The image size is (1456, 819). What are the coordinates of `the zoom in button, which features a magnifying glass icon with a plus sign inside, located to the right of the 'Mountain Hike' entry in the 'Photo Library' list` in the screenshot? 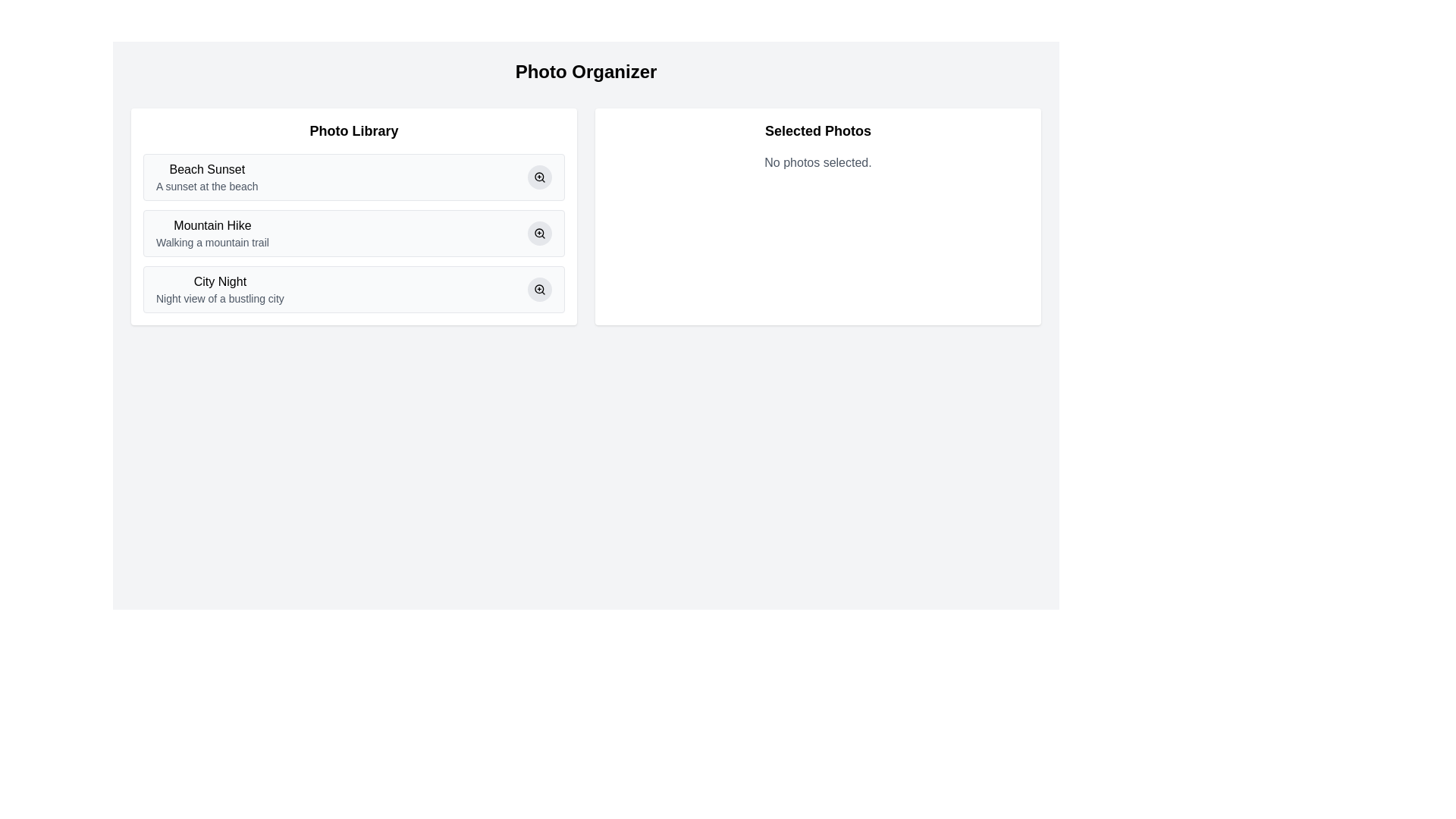 It's located at (539, 177).